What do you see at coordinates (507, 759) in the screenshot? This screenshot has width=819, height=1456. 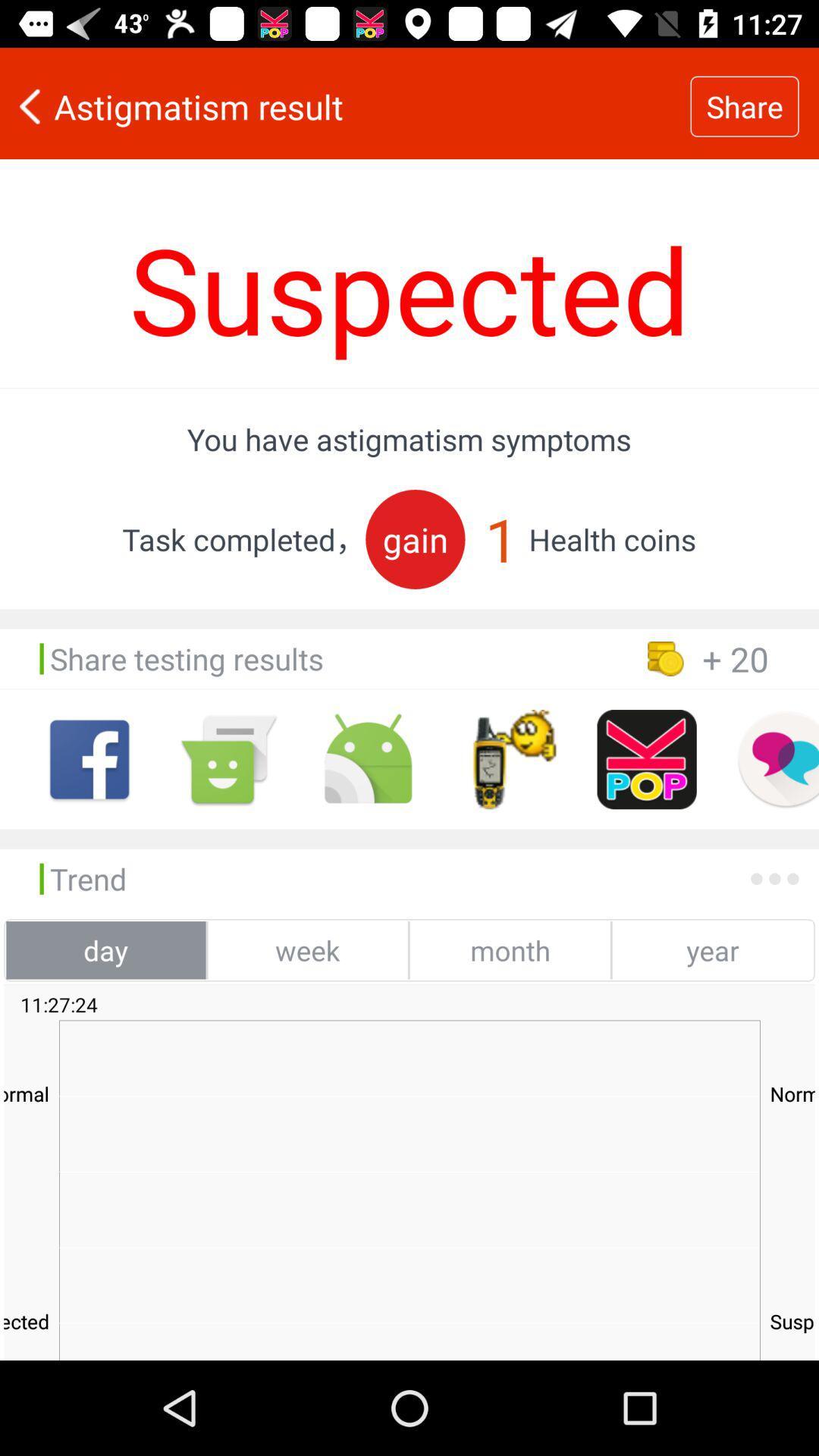 I see `share using some app` at bounding box center [507, 759].